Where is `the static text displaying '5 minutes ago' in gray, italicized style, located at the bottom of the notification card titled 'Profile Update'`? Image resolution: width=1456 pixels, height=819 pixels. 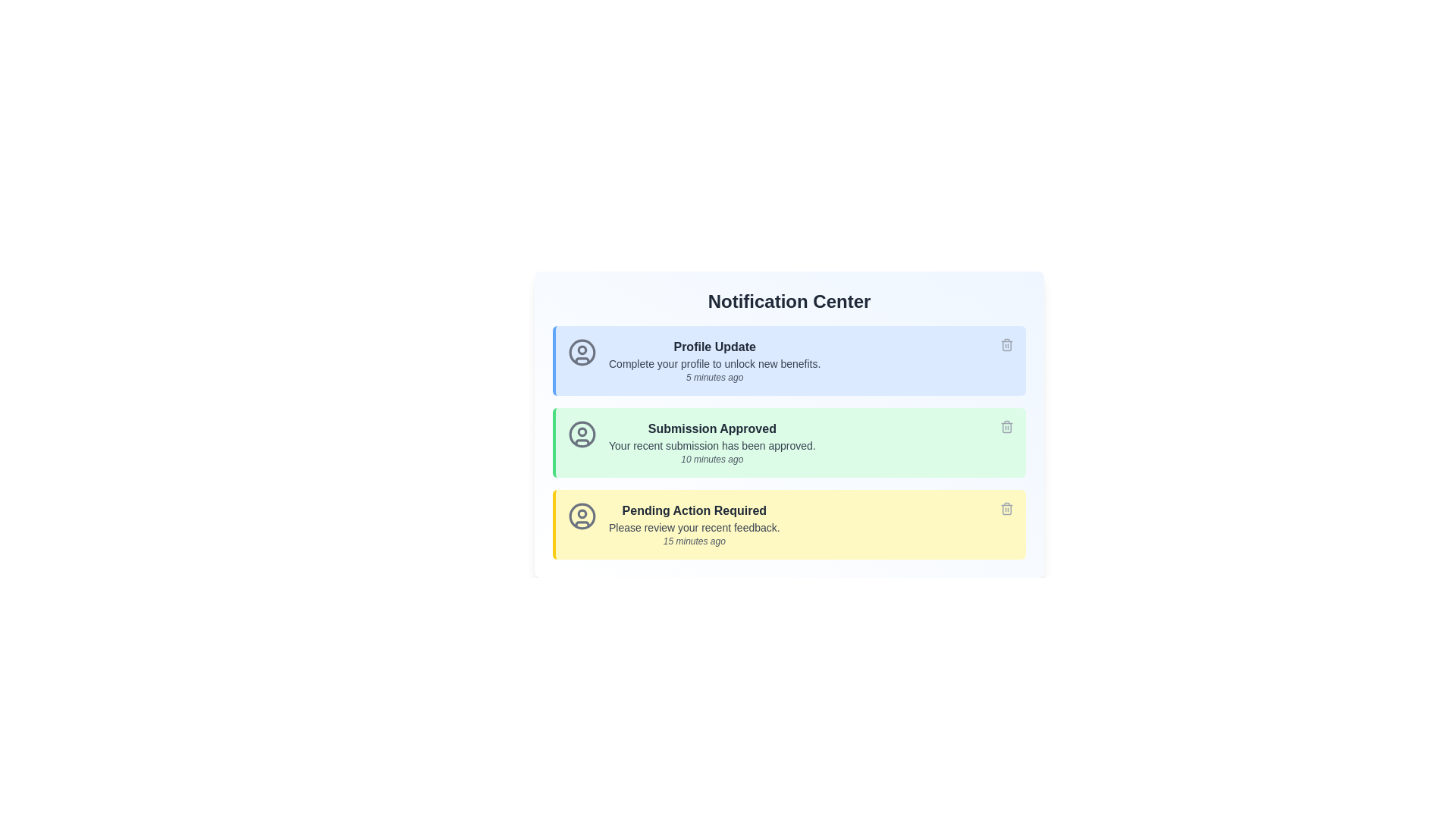
the static text displaying '5 minutes ago' in gray, italicized style, located at the bottom of the notification card titled 'Profile Update' is located at coordinates (714, 376).